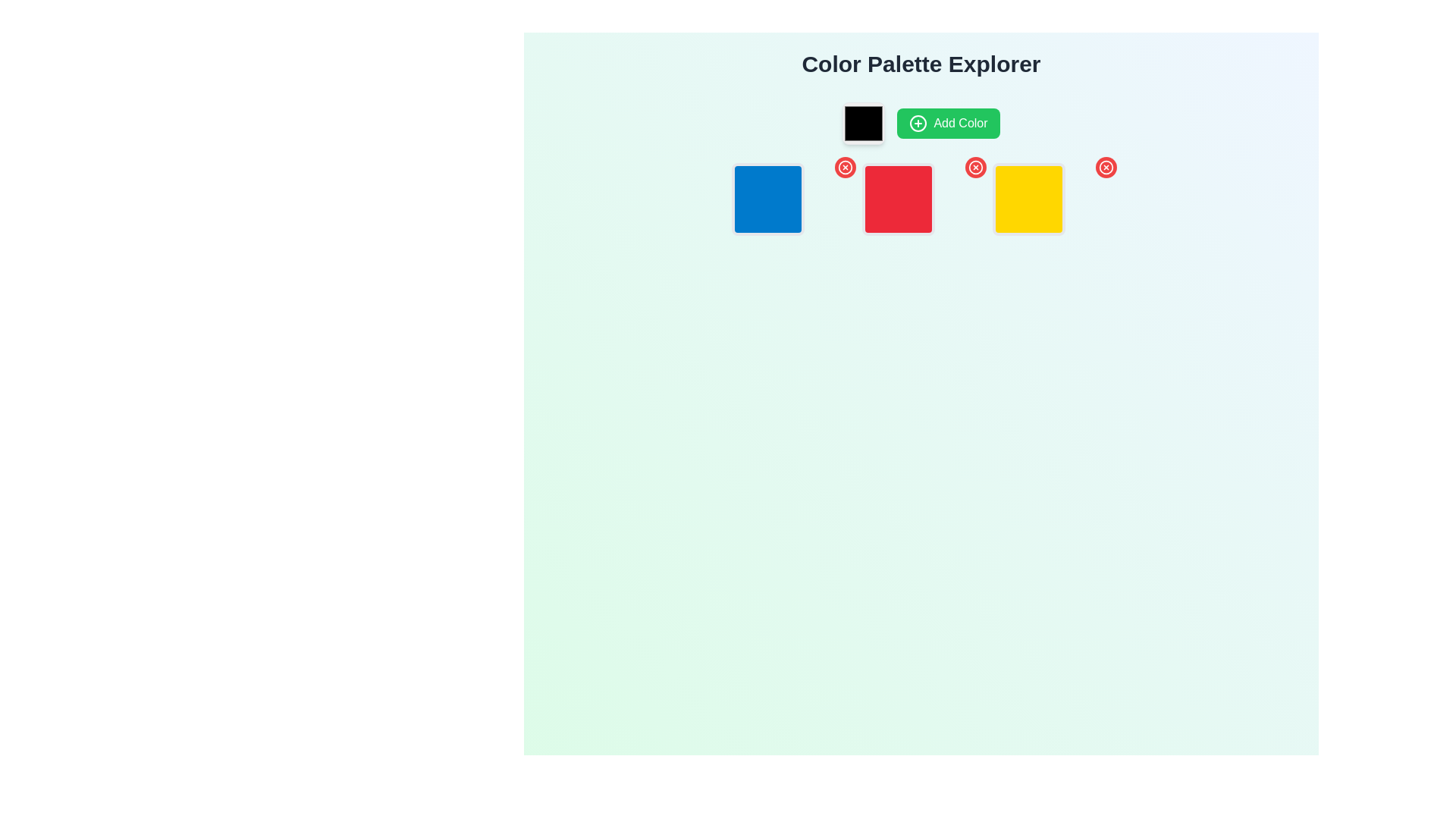  What do you see at coordinates (1029, 198) in the screenshot?
I see `the Color Box that displays the yellow color` at bounding box center [1029, 198].